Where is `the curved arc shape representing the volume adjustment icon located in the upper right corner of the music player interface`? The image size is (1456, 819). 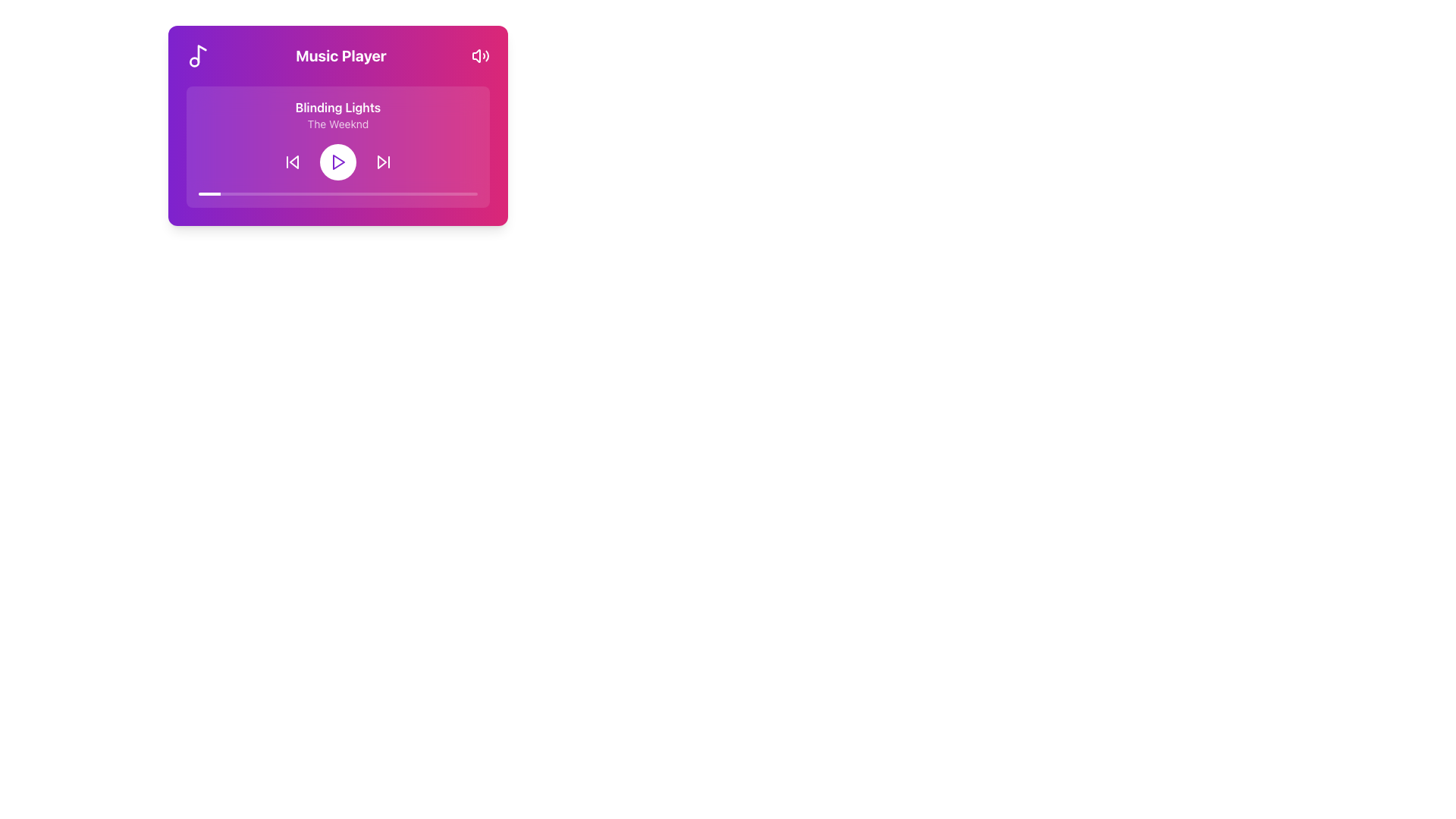
the curved arc shape representing the volume adjustment icon located in the upper right corner of the music player interface is located at coordinates (487, 55).